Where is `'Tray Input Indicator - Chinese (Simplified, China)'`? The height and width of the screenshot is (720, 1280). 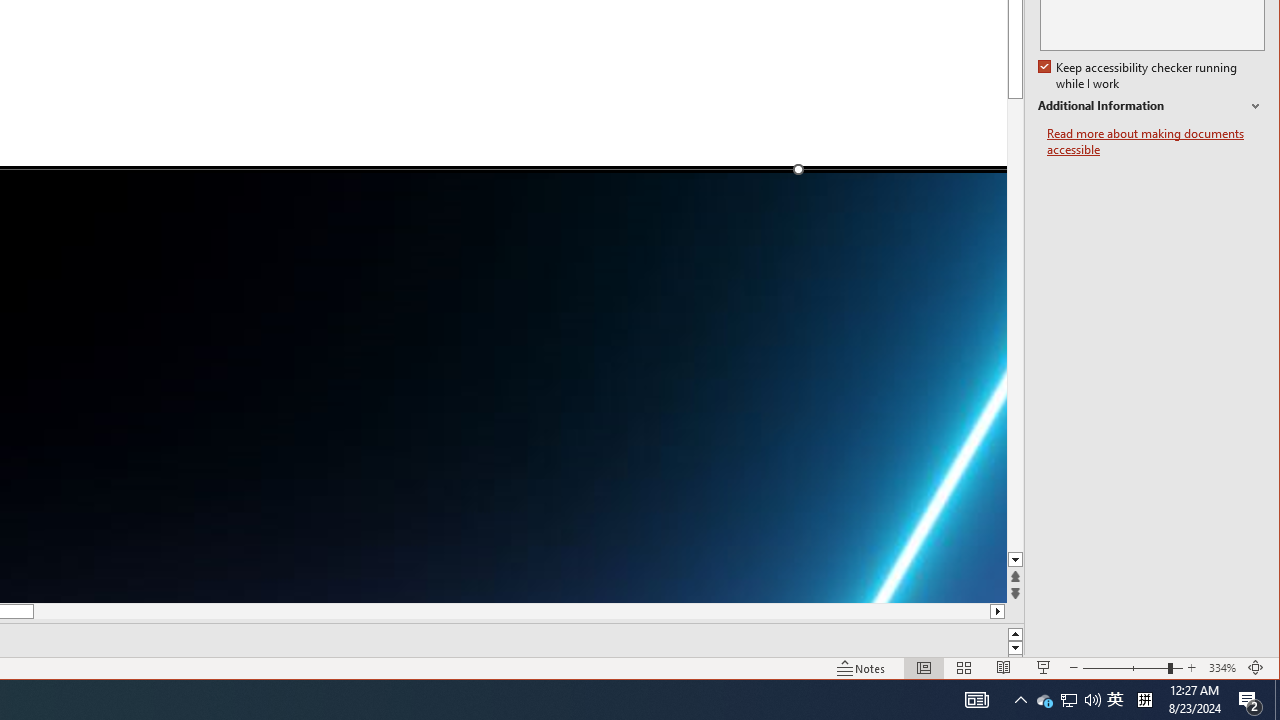 'Tray Input Indicator - Chinese (Simplified, China)' is located at coordinates (1092, 698).